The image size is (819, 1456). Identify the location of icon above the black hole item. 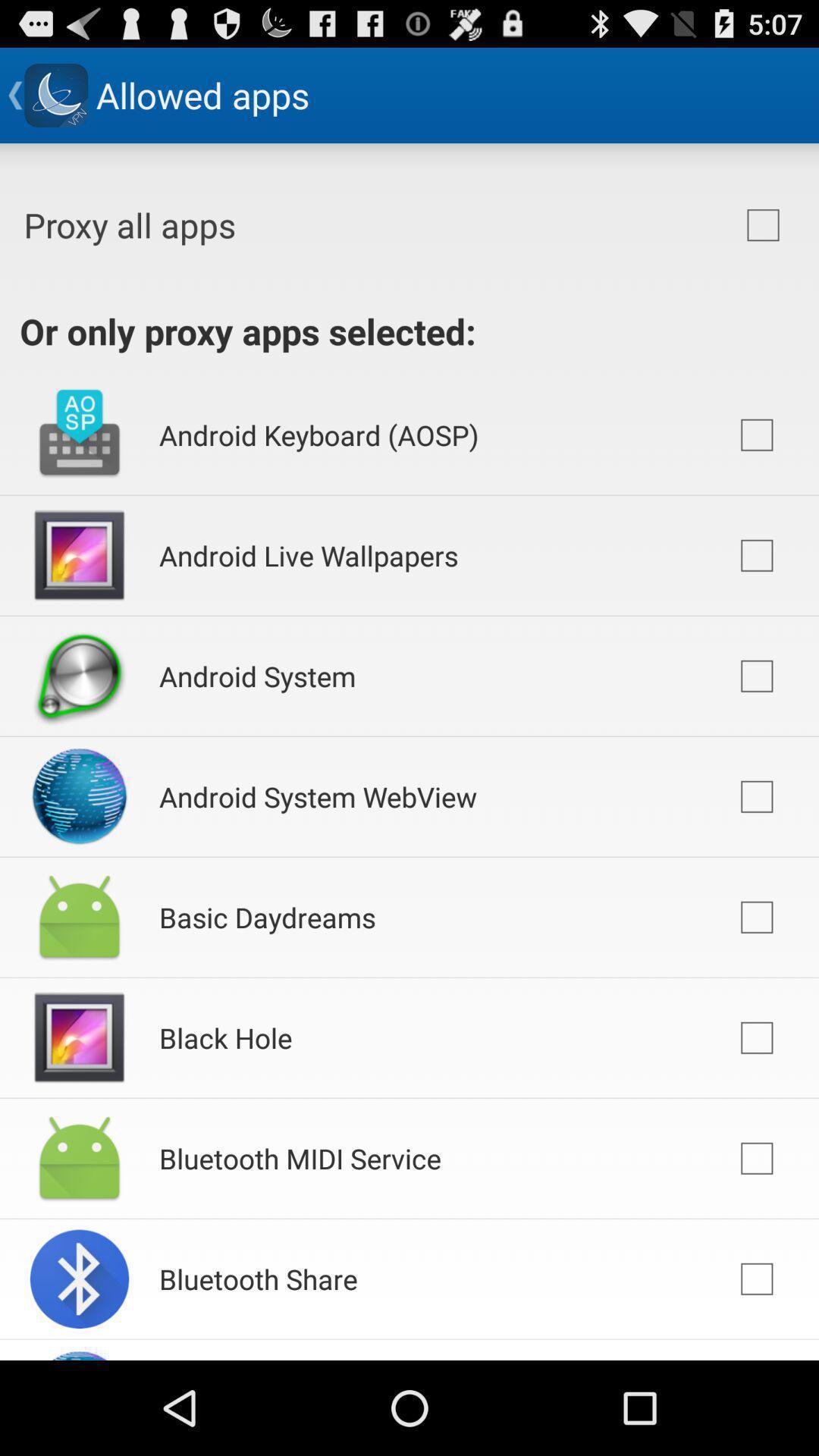
(266, 916).